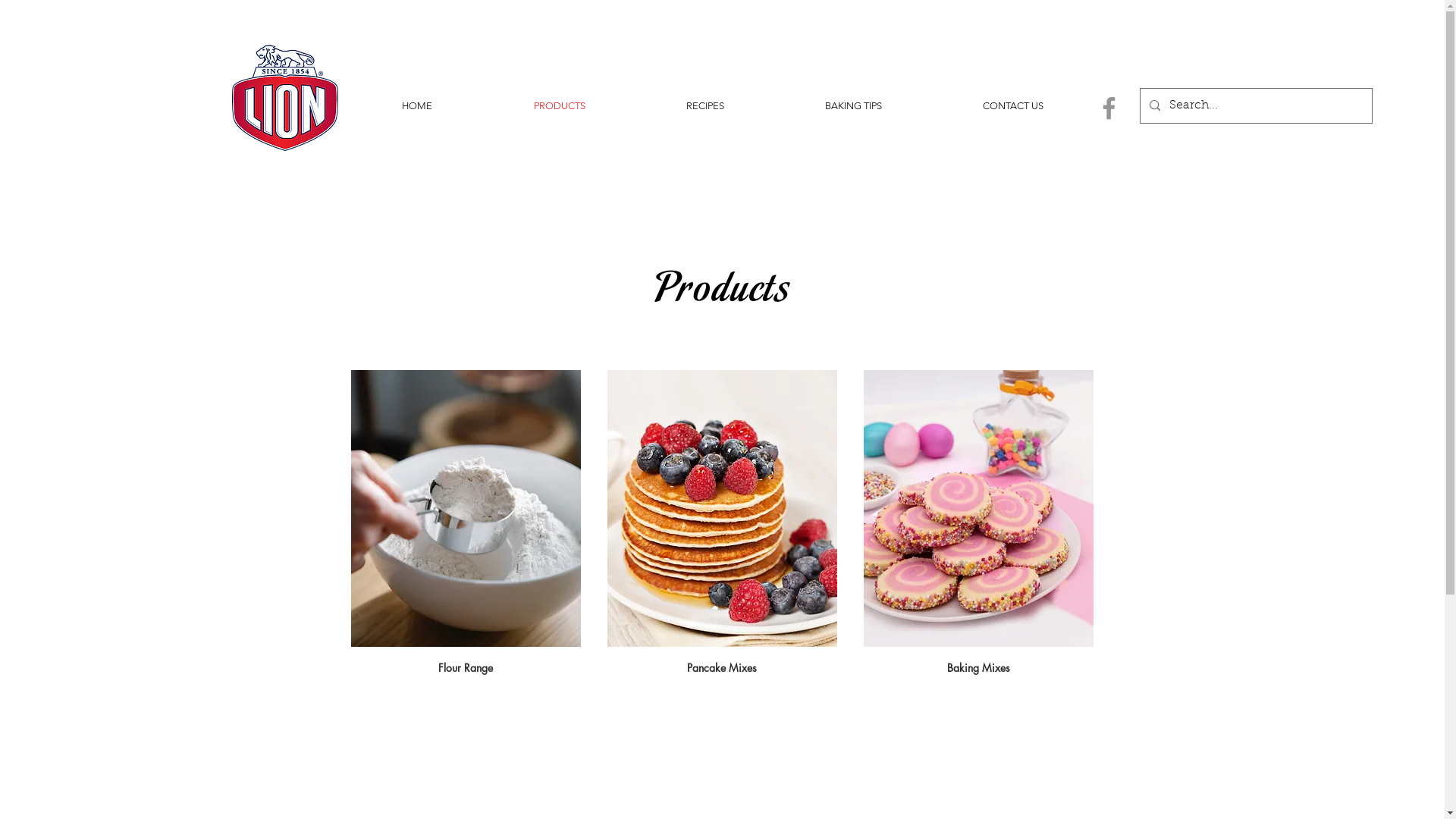 The width and height of the screenshot is (1456, 819). I want to click on 'HOME', so click(416, 105).